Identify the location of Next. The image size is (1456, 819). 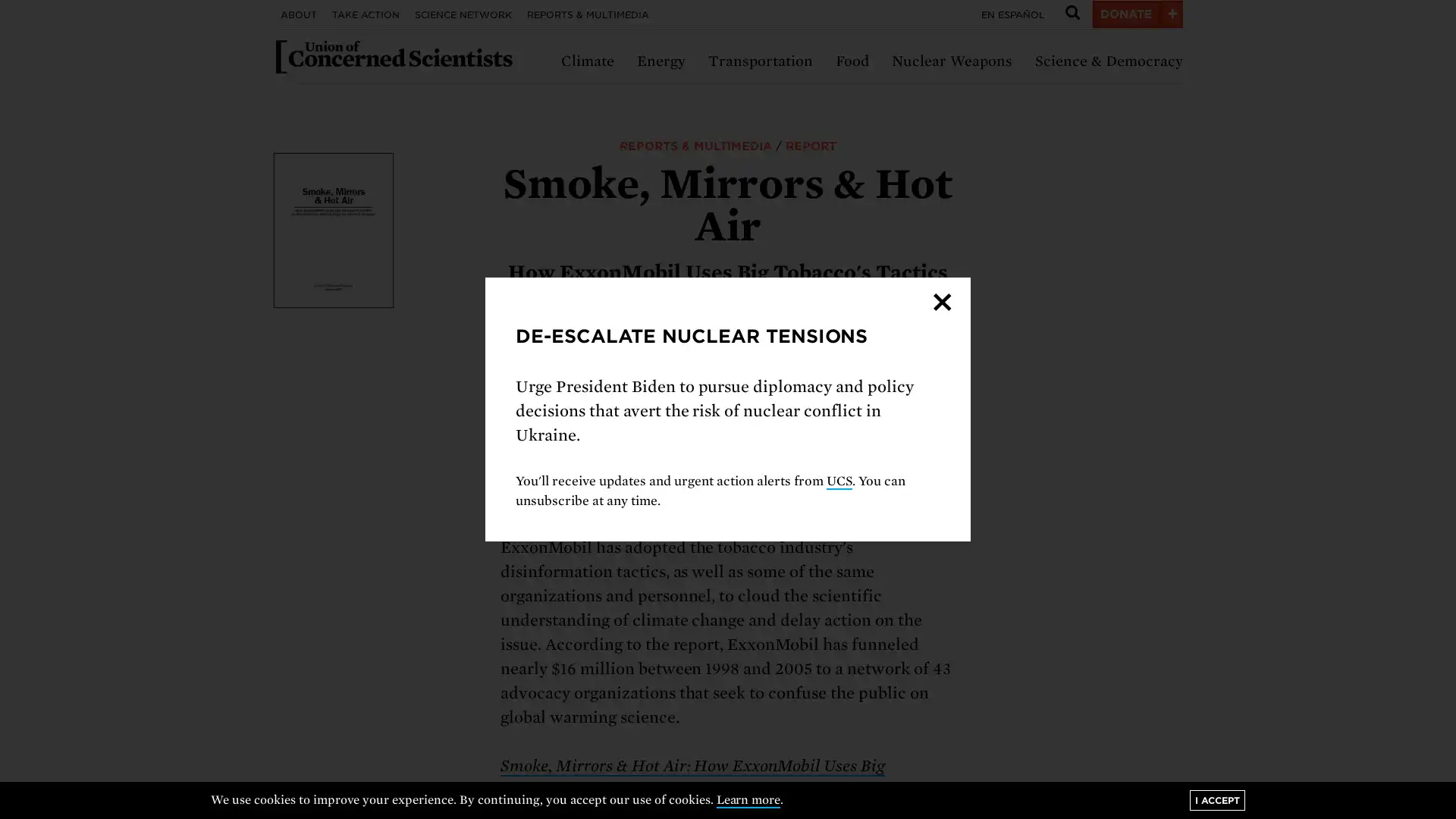
(728, 510).